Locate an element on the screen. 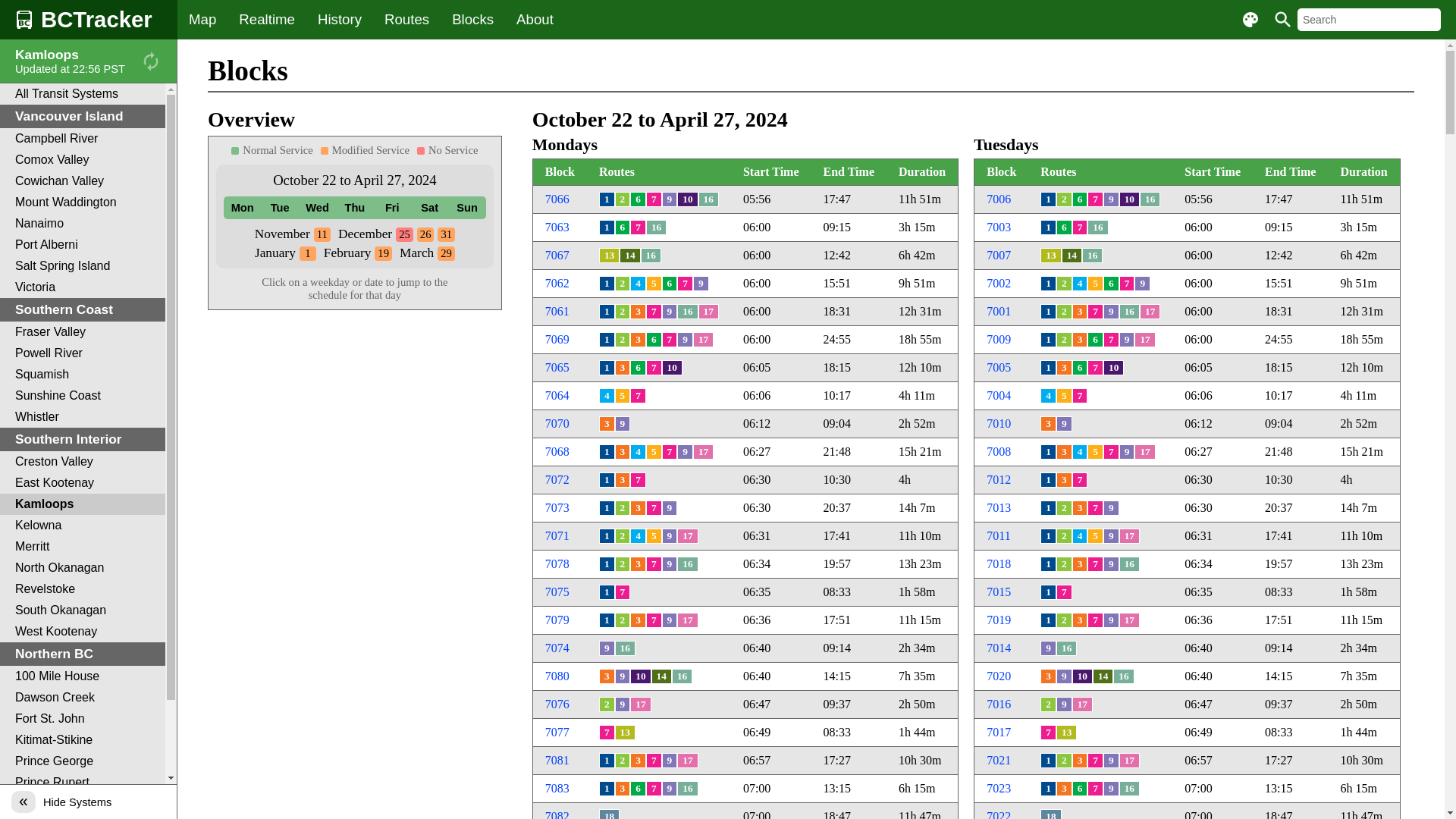 This screenshot has height=819, width=1456. 'Quesnel' is located at coordinates (82, 803).